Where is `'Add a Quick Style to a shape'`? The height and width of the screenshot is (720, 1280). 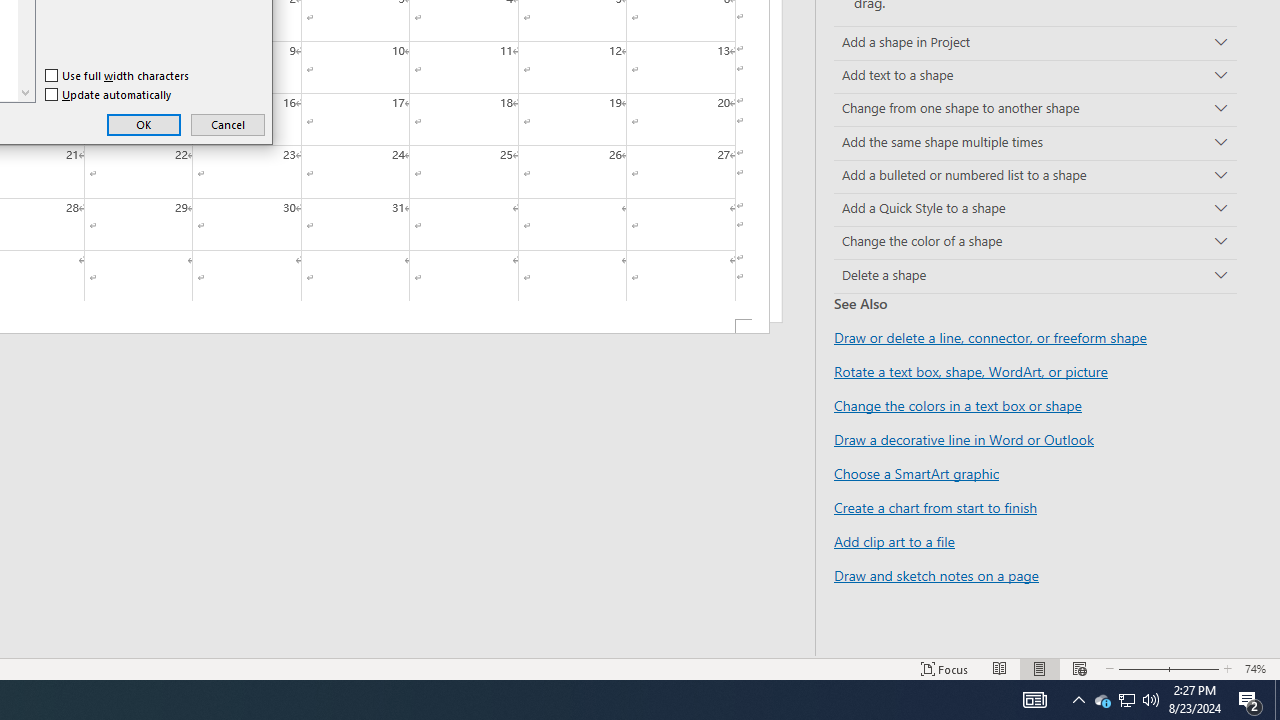
'Add a Quick Style to a shape' is located at coordinates (1035, 209).